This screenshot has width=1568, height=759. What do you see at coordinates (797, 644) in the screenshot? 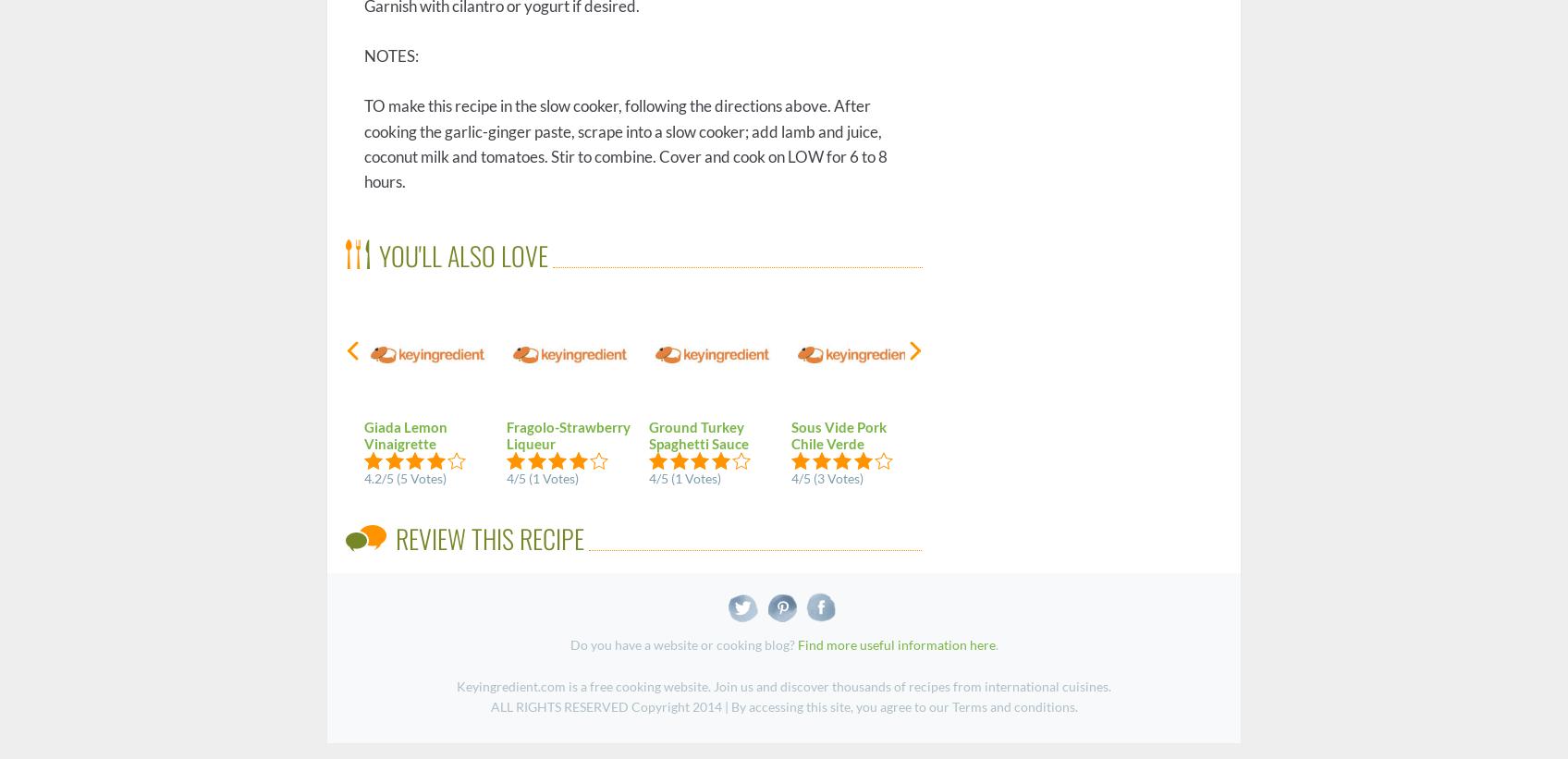
I see `'Find more useful information here'` at bounding box center [797, 644].